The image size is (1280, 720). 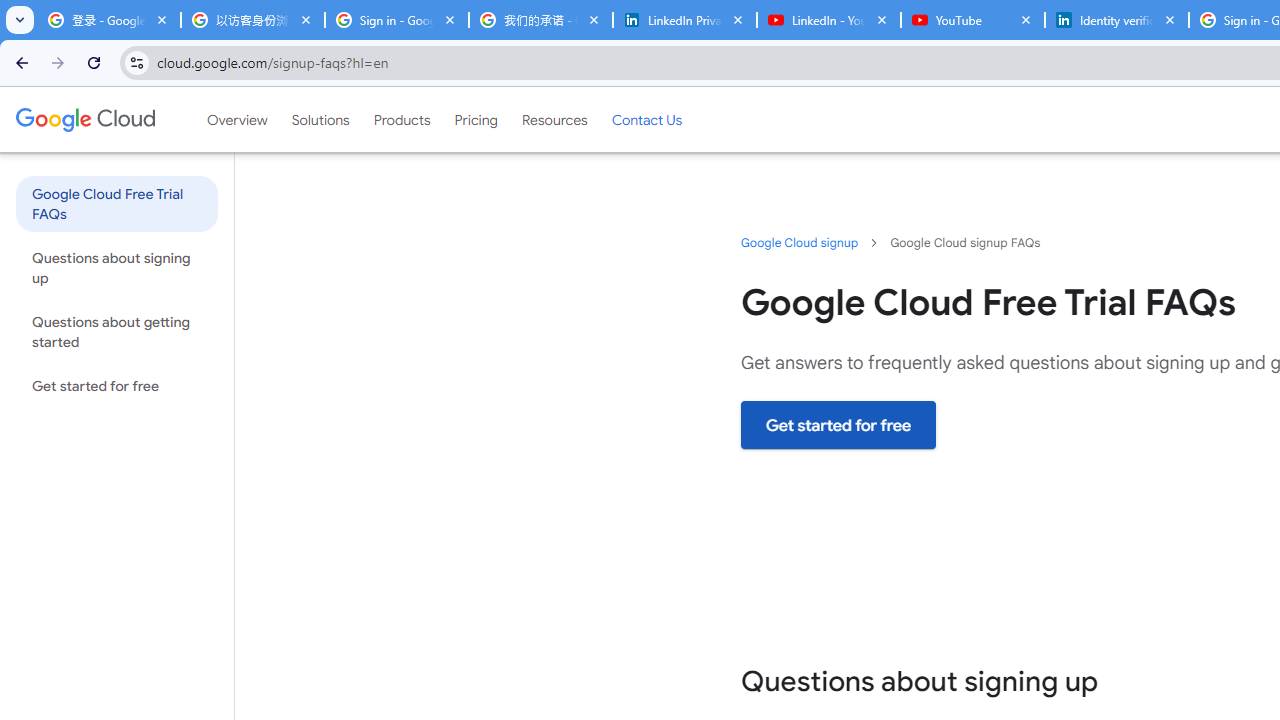 What do you see at coordinates (320, 119) in the screenshot?
I see `'Solutions'` at bounding box center [320, 119].